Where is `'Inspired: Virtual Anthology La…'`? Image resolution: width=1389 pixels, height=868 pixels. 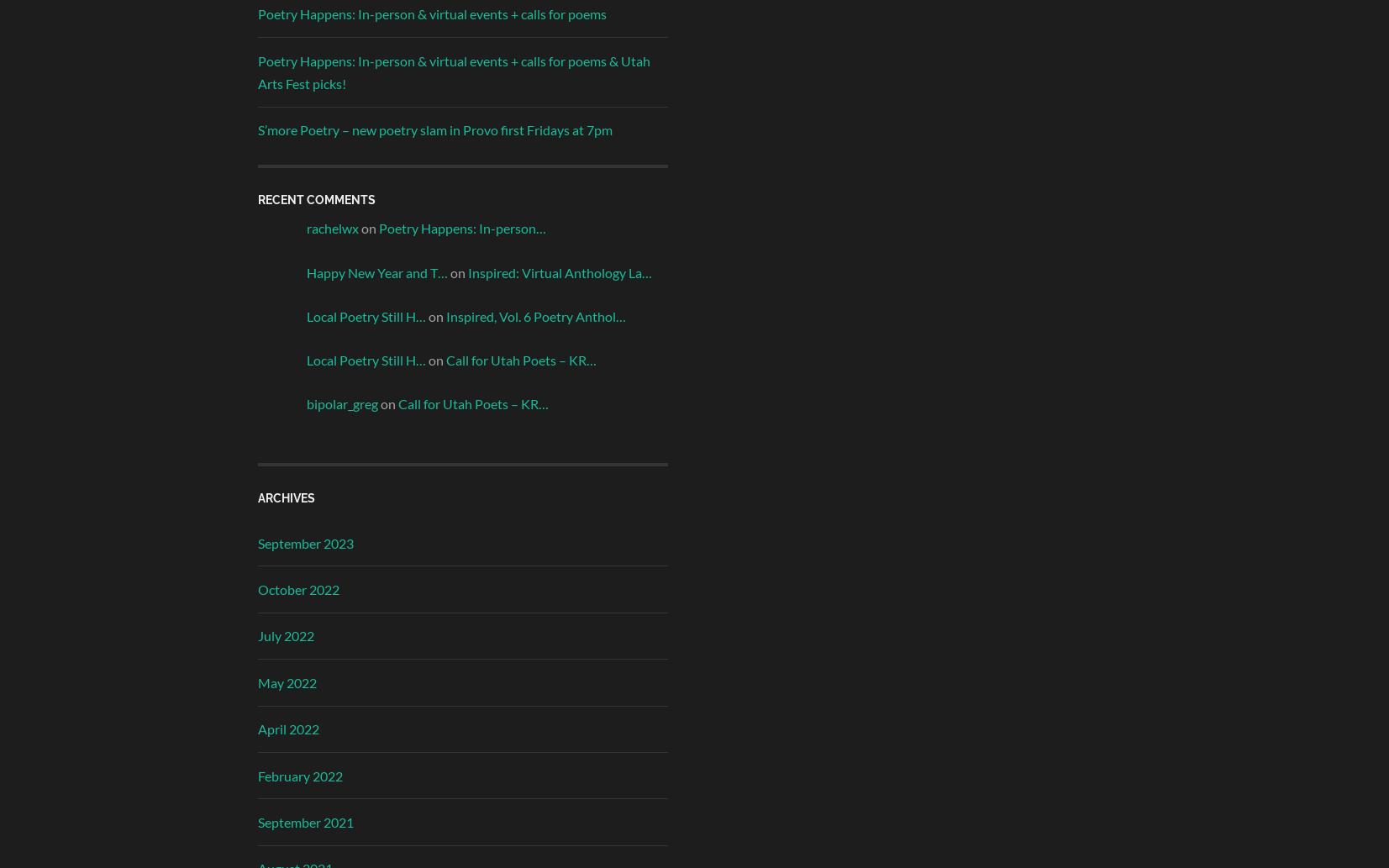
'Inspired: Virtual Anthology La…' is located at coordinates (558, 271).